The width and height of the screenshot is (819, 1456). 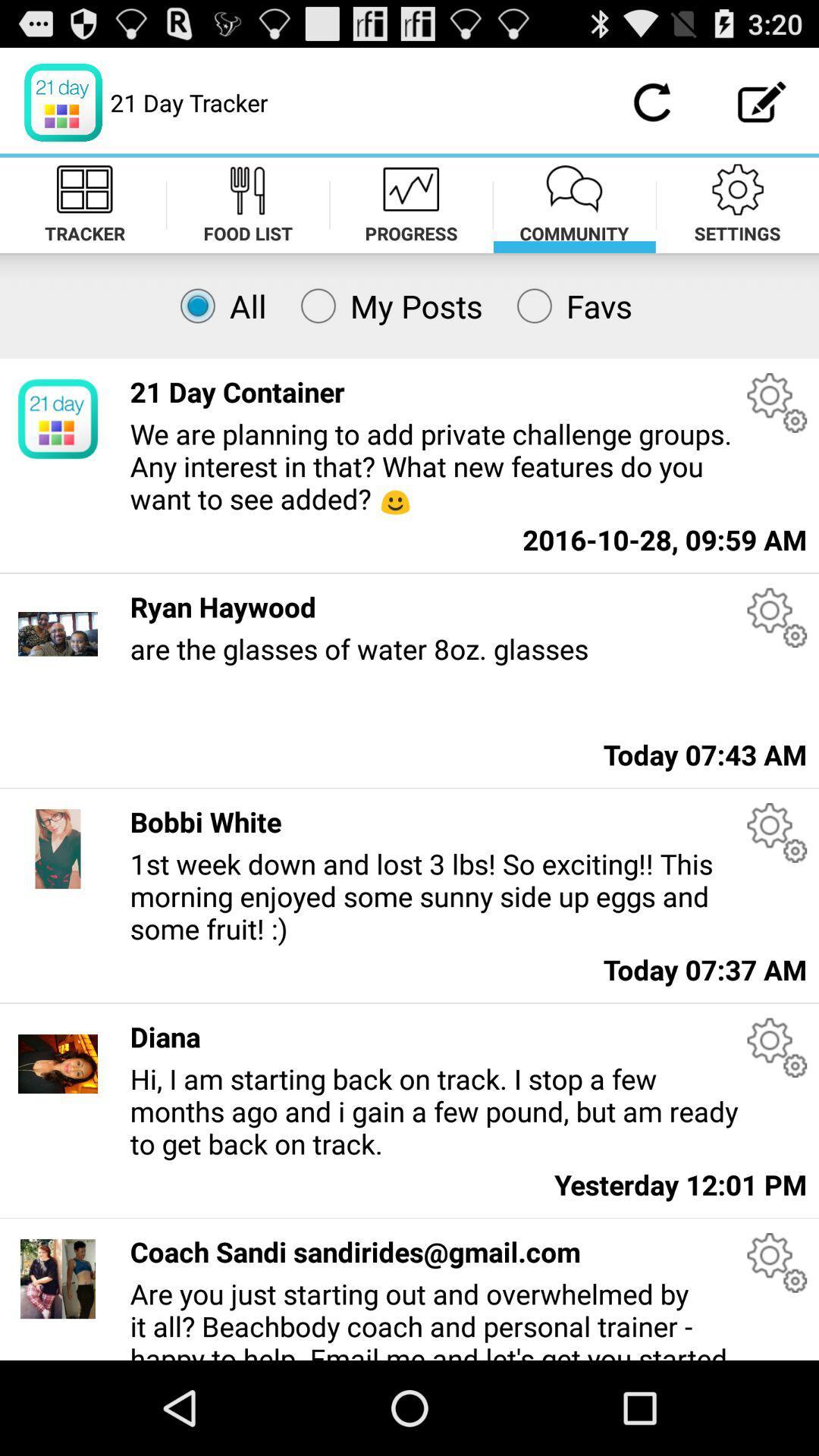 I want to click on settings, so click(x=777, y=617).